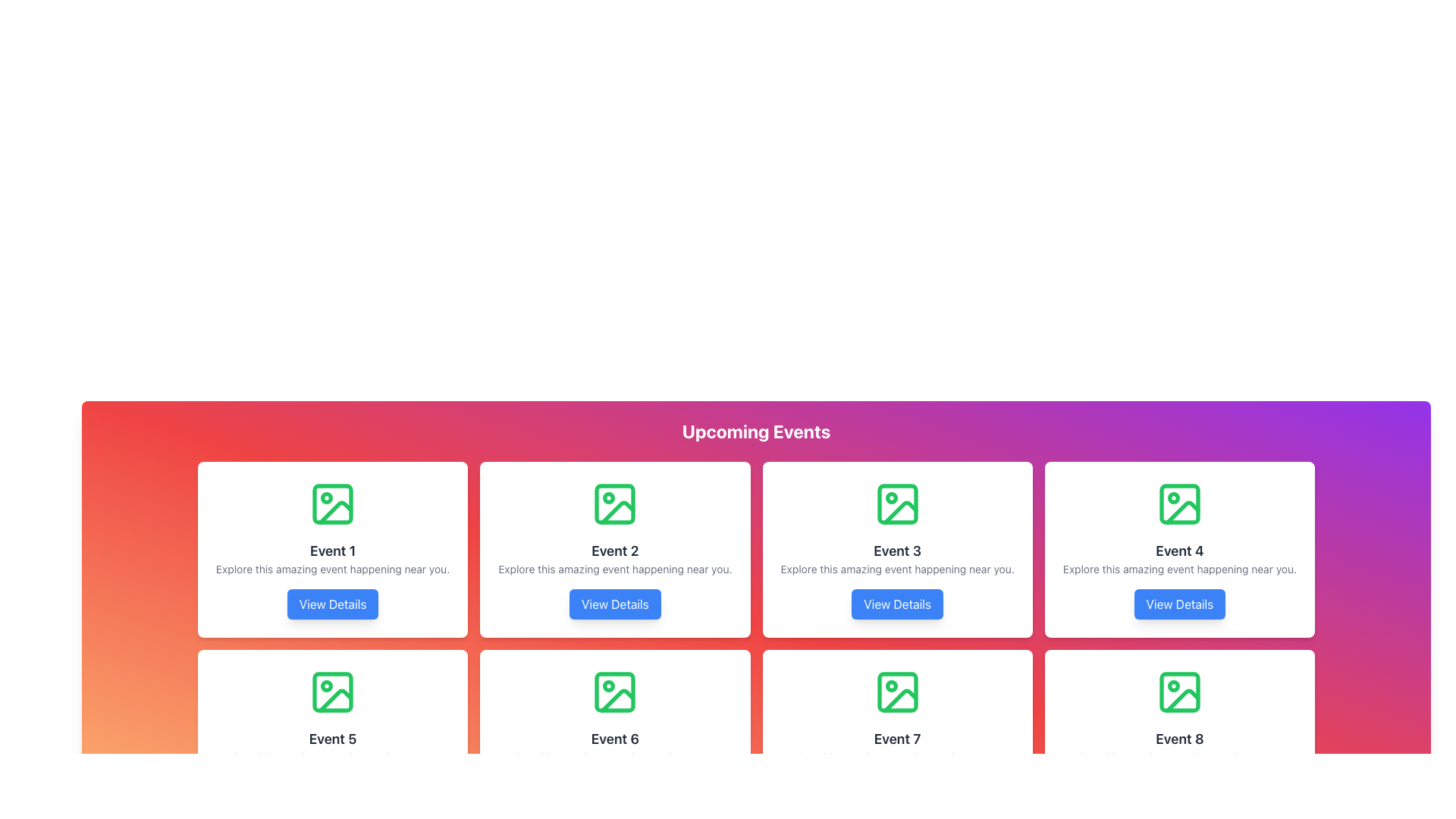 The height and width of the screenshot is (819, 1456). What do you see at coordinates (609, 686) in the screenshot?
I see `the small circle icon located in the middle region of the card labeled 'Event 6', which has a green pictorial representation of an image` at bounding box center [609, 686].